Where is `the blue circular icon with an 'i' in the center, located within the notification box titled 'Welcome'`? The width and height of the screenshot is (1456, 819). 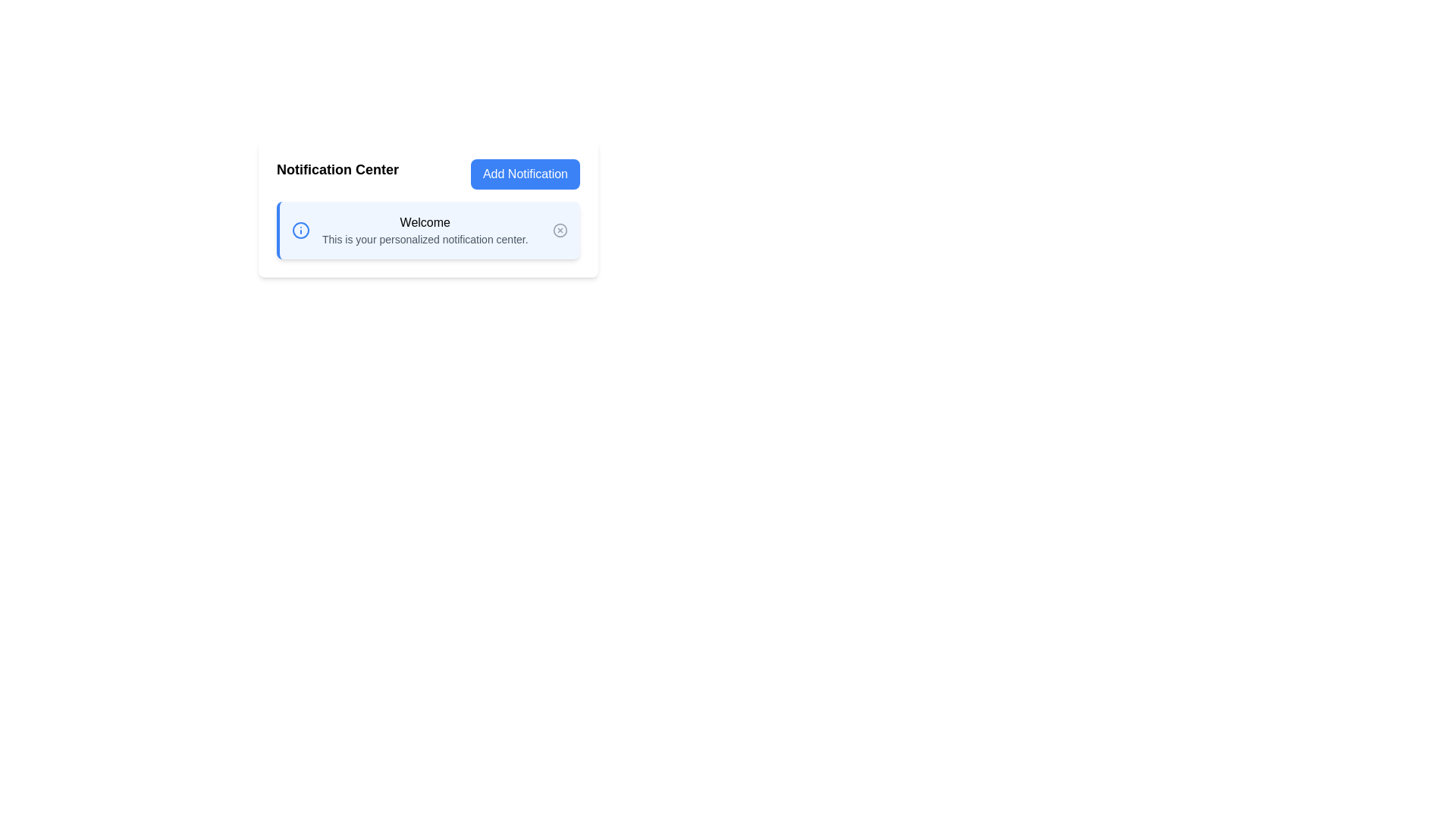 the blue circular icon with an 'i' in the center, located within the notification box titled 'Welcome' is located at coordinates (301, 231).